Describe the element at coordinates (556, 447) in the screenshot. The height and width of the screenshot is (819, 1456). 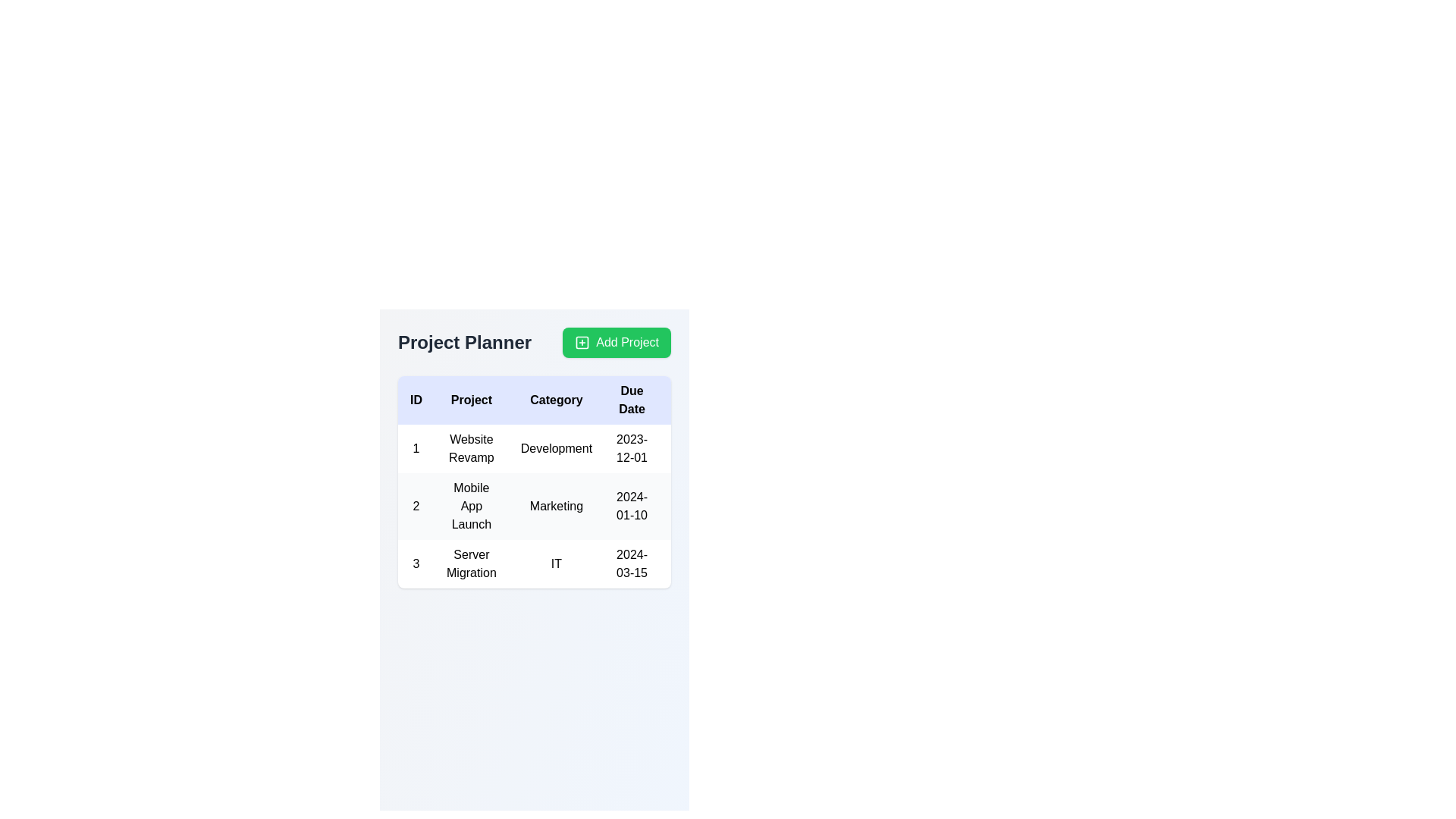
I see `the text label displaying 'Development' in the table cell under the 'Category' column` at that location.